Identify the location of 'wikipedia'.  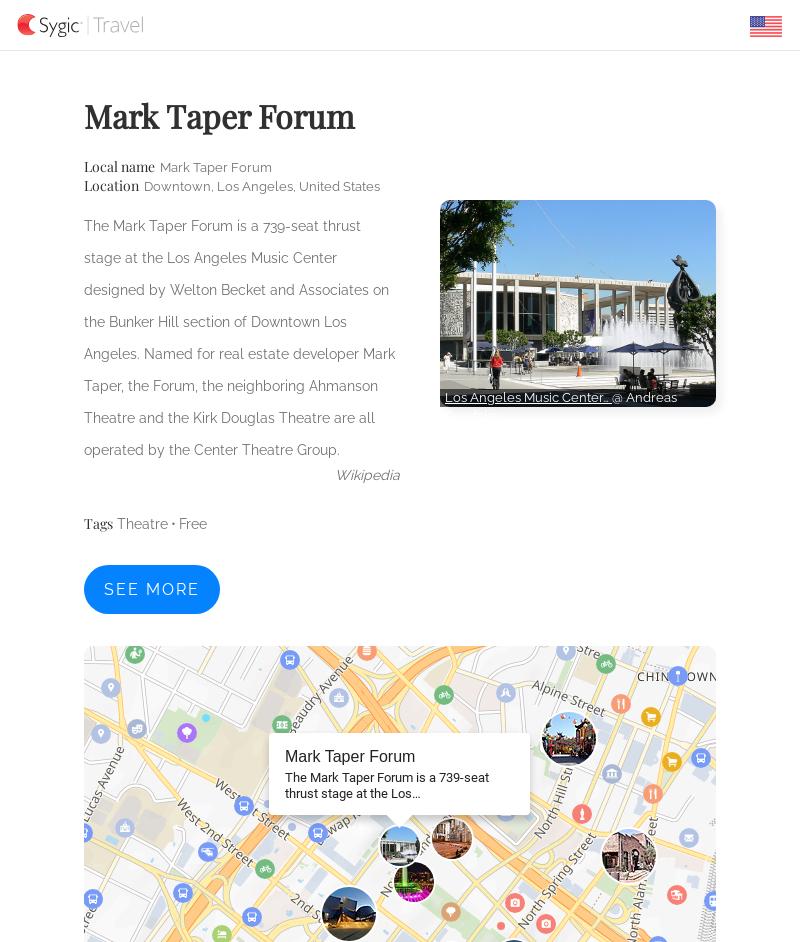
(335, 474).